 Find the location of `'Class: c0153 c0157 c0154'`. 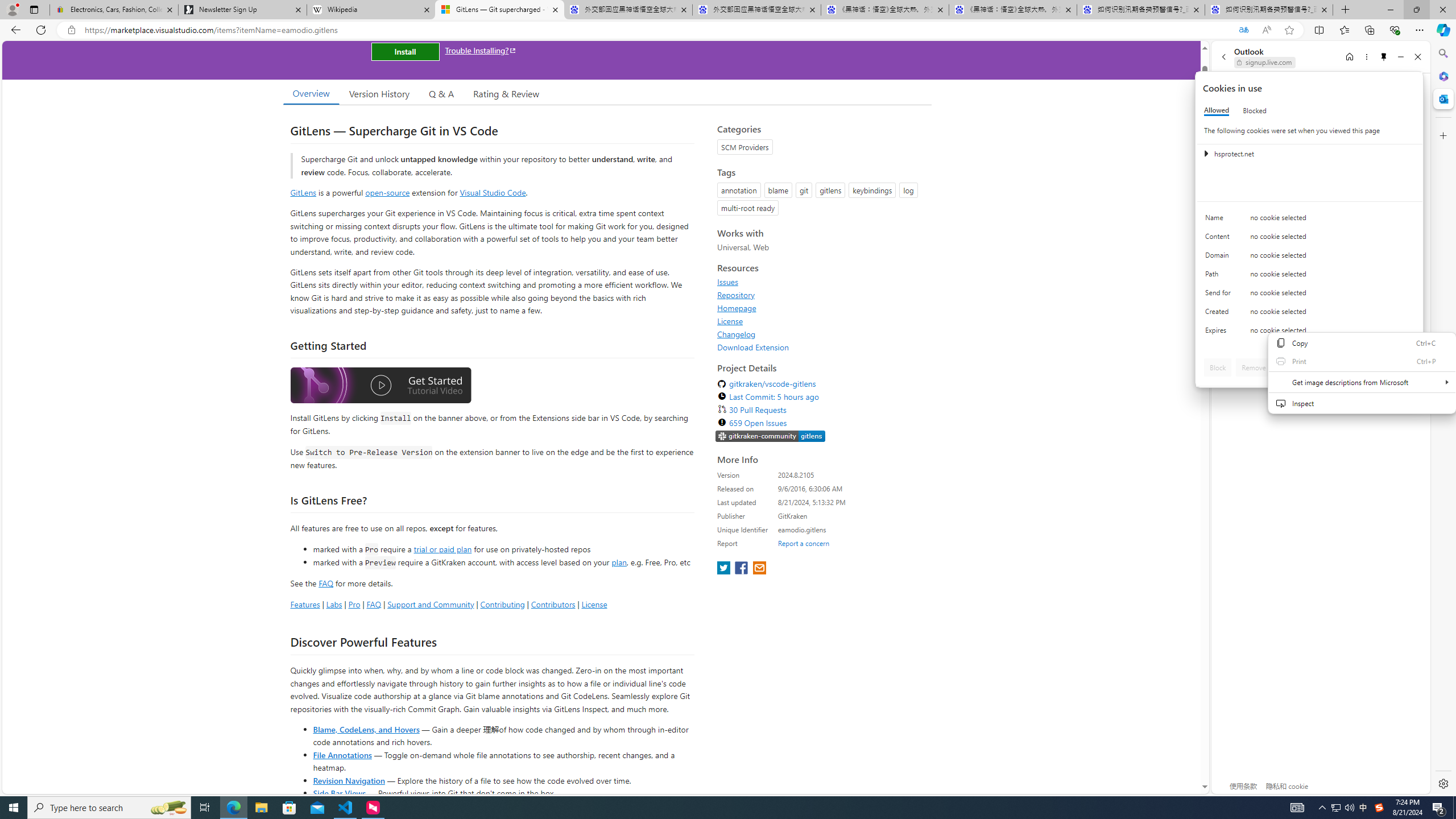

'Class: c0153 c0157 c0154' is located at coordinates (1309, 220).